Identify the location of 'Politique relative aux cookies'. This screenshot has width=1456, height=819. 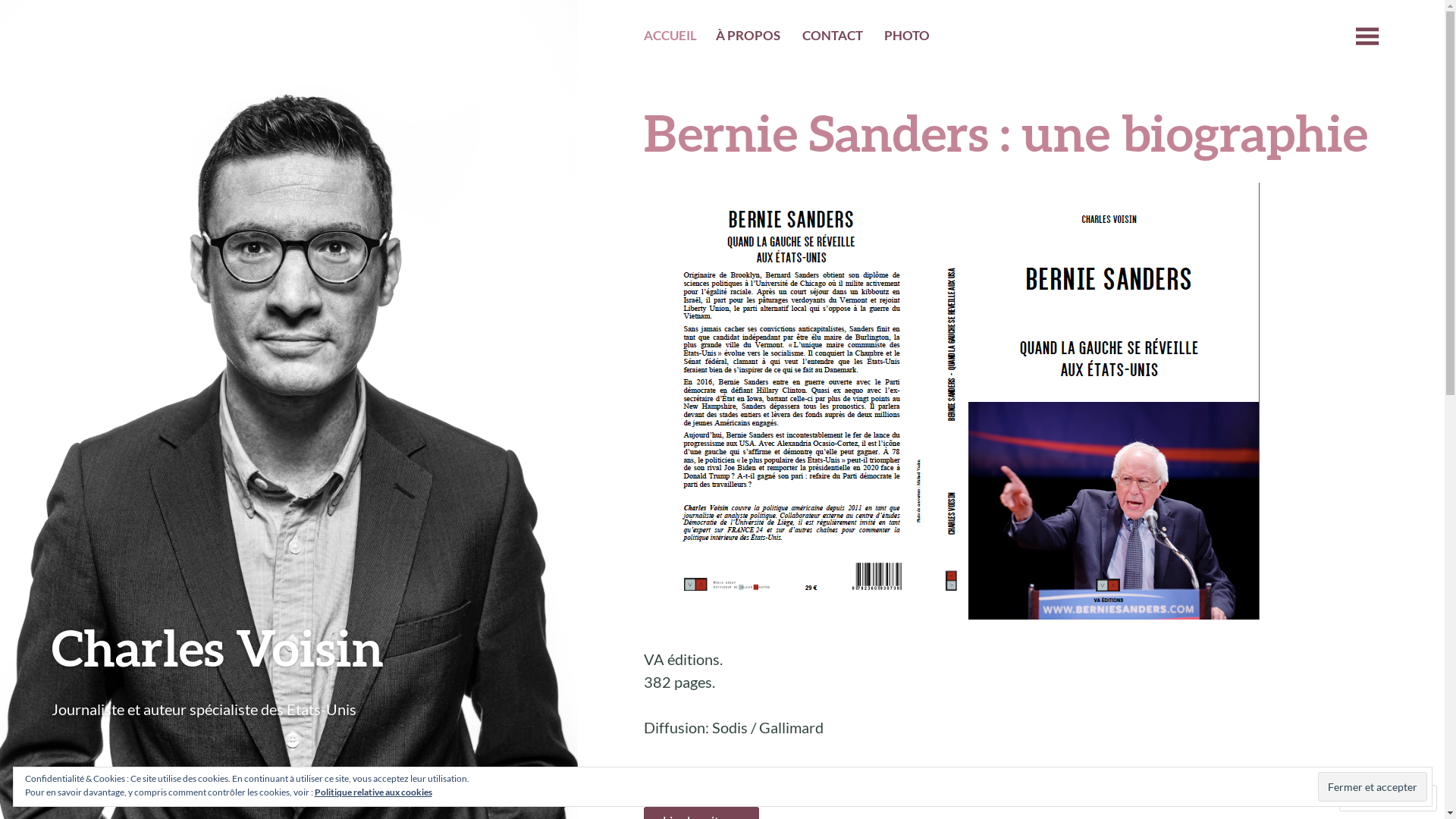
(312, 790).